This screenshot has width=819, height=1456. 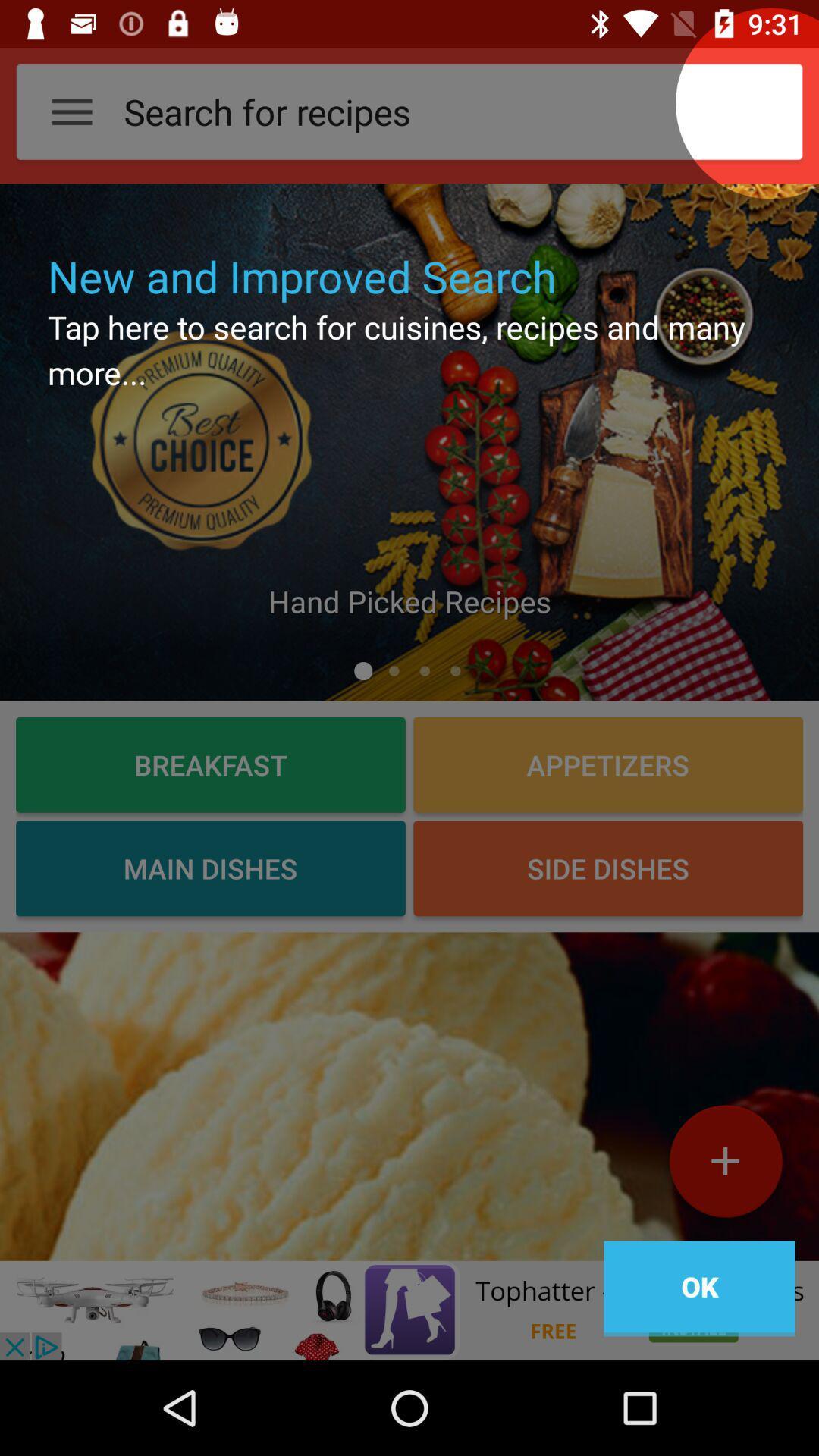 I want to click on click on advertisement, so click(x=409, y=1310).